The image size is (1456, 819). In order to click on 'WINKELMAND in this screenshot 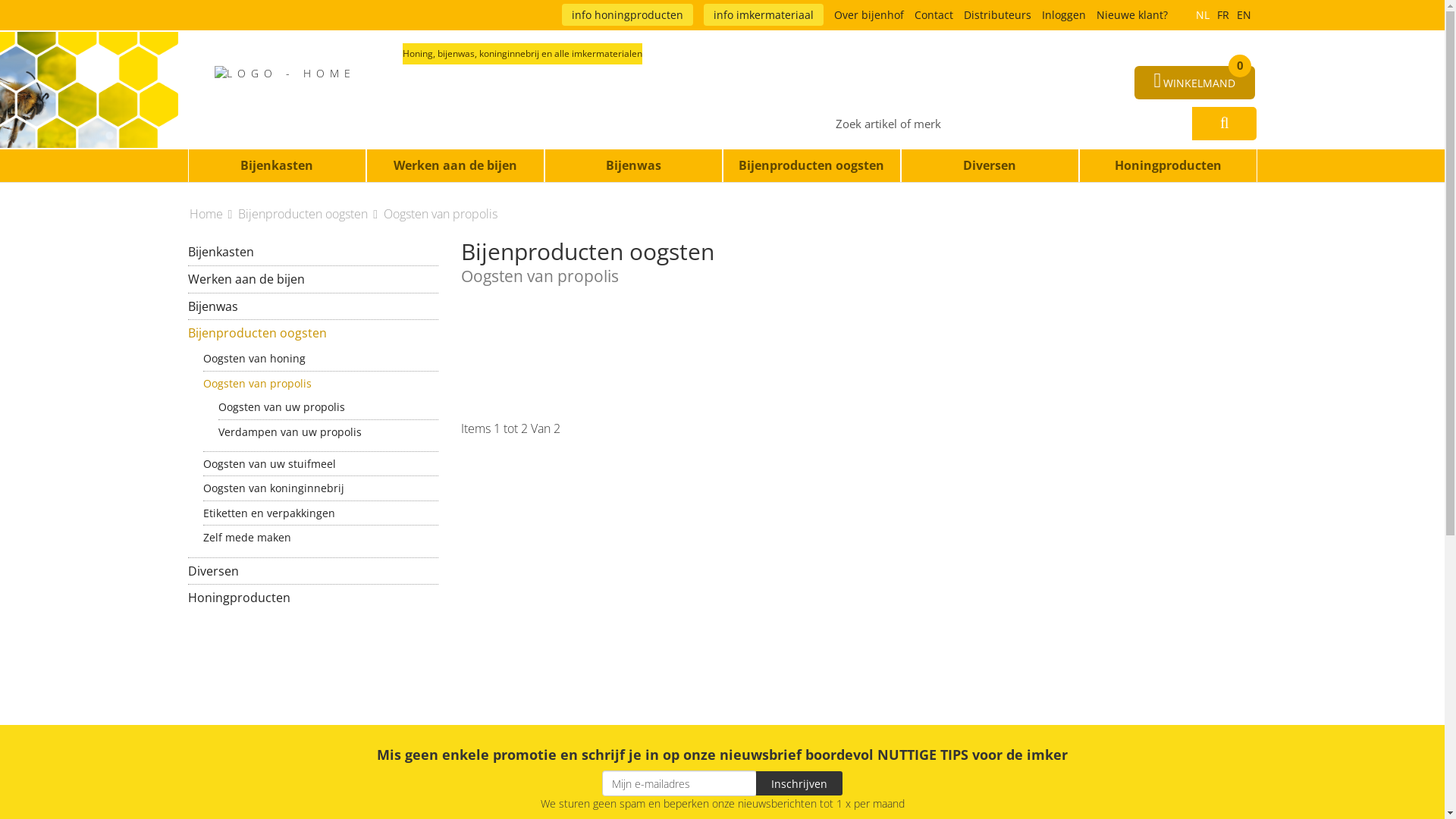, I will do `click(1194, 82)`.